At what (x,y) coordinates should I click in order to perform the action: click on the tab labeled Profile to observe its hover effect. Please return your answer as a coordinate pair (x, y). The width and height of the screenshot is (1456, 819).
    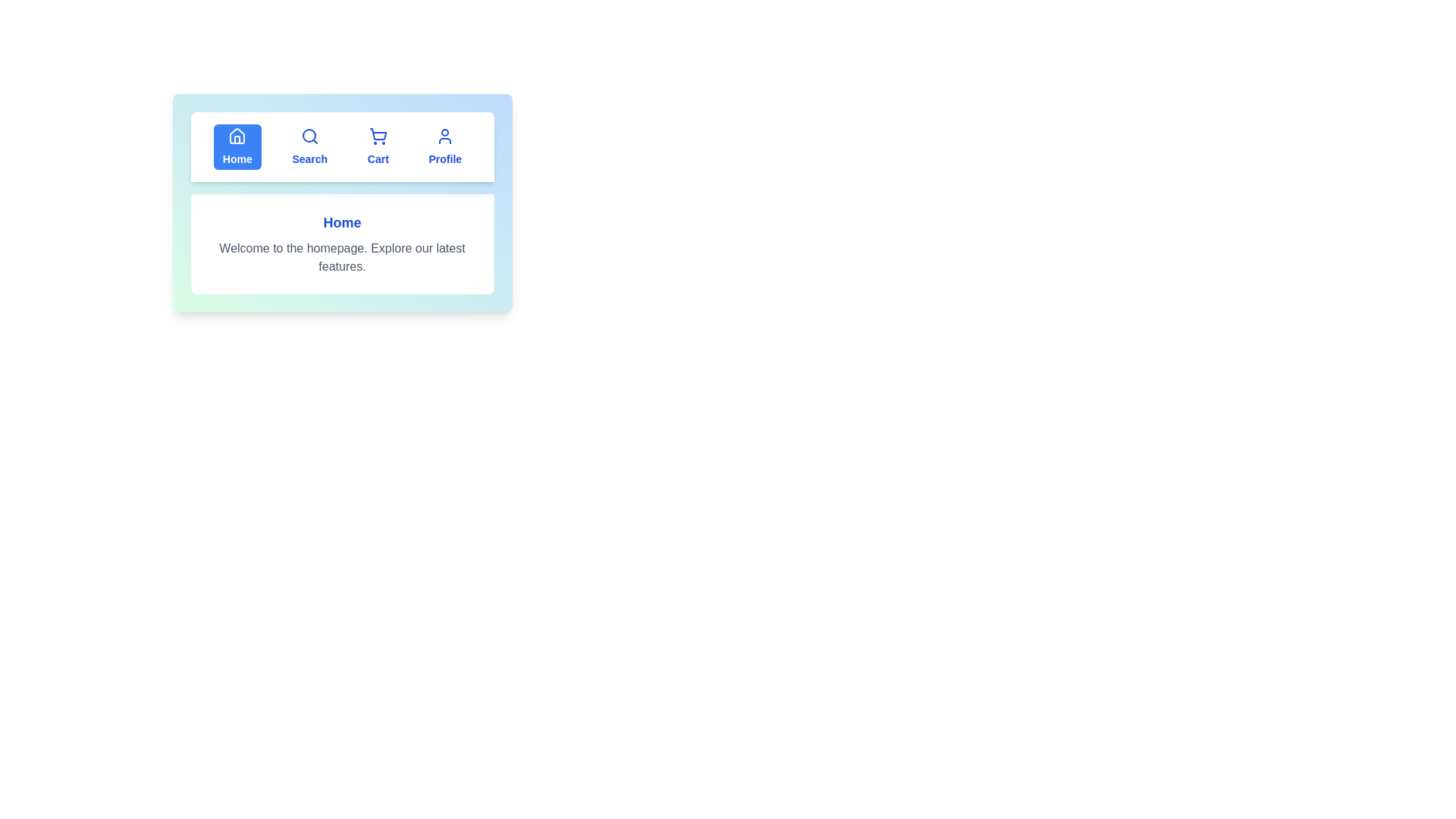
    Looking at the image, I should click on (444, 146).